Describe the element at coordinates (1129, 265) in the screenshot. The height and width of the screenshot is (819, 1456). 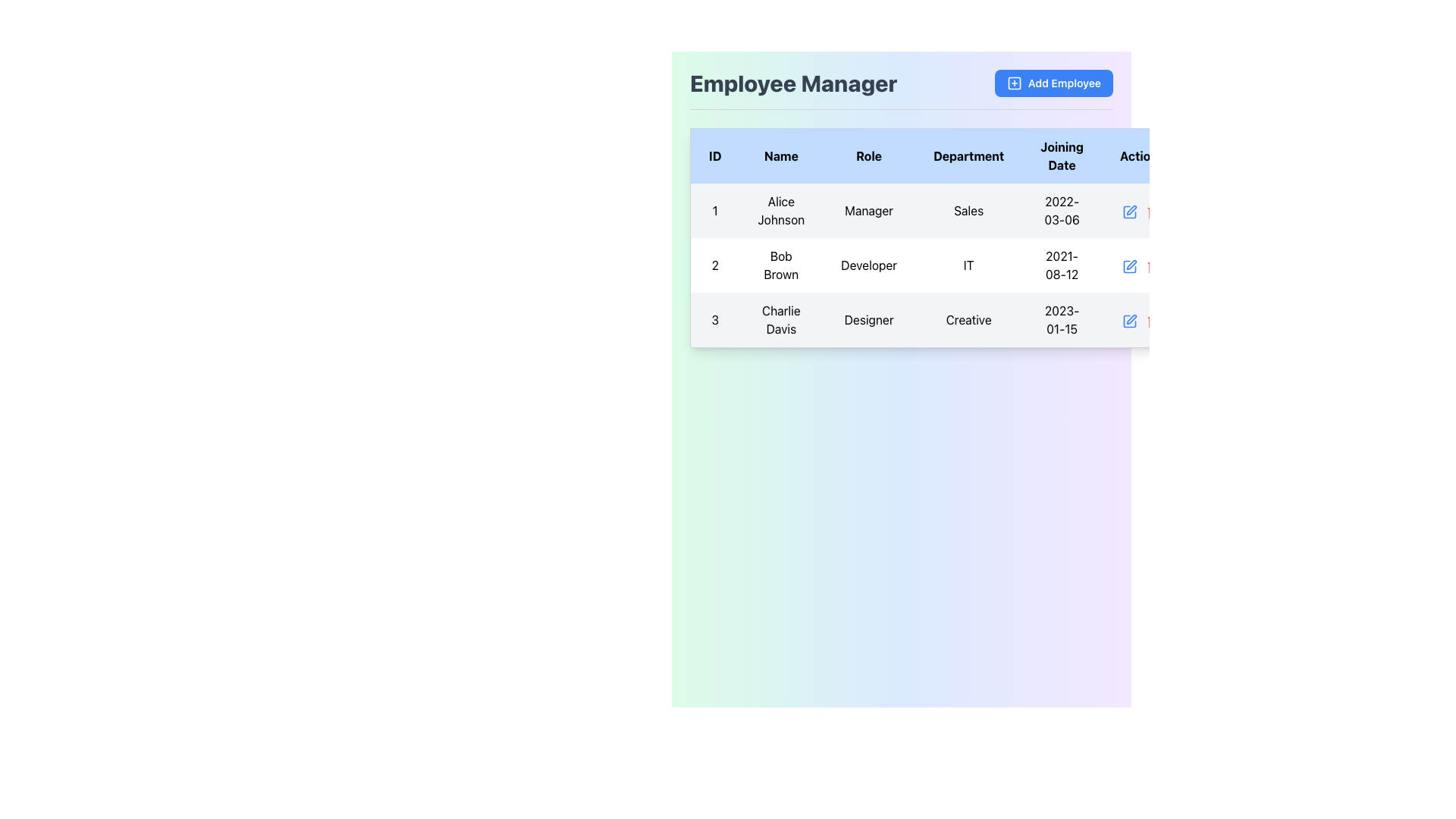
I see `the blue pen icon in the 'Action' column of the second row to initiate edit mode for Bob Brown's employee record` at that location.